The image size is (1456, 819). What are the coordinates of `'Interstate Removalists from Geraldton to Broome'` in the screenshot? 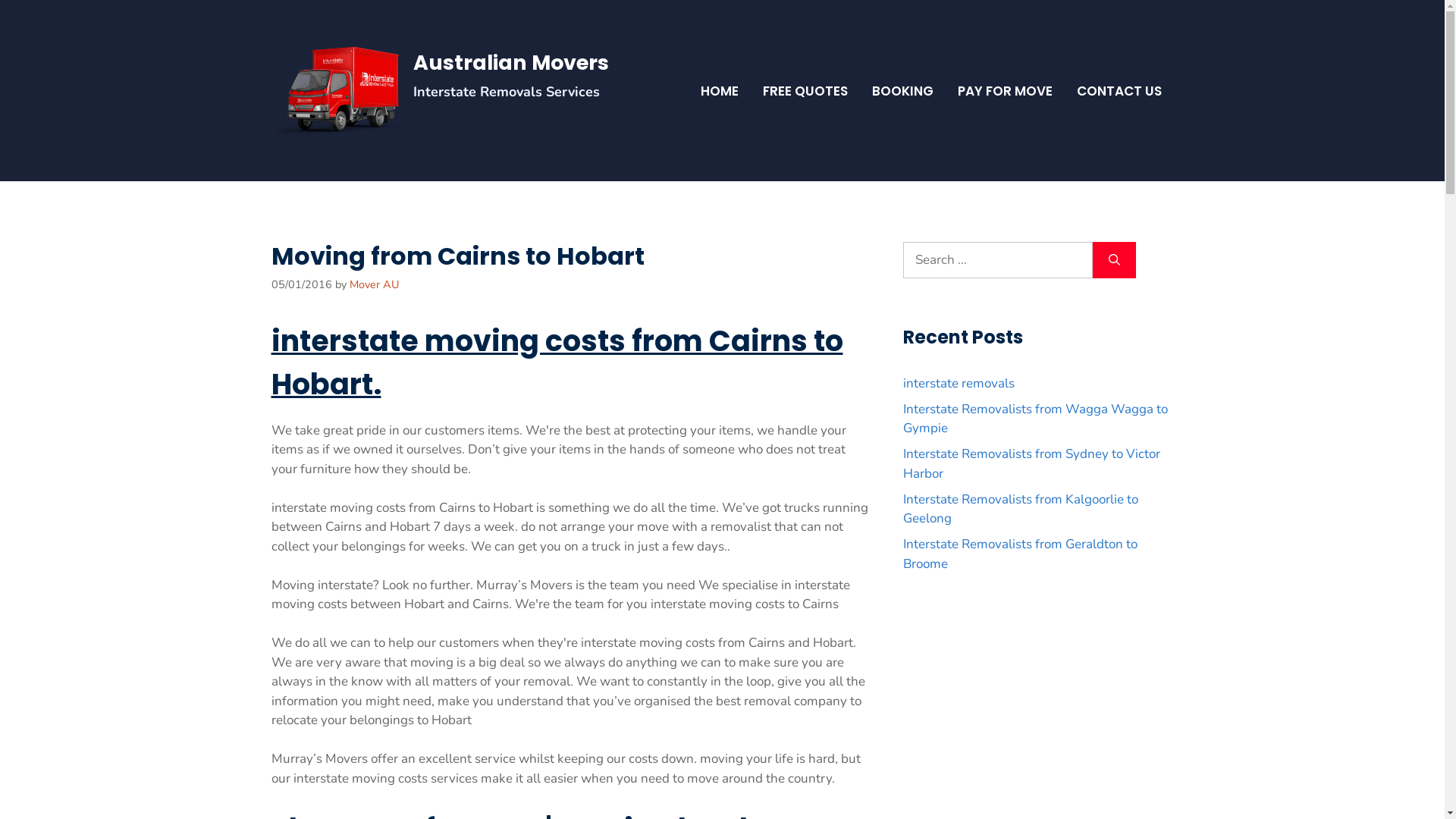 It's located at (1019, 554).